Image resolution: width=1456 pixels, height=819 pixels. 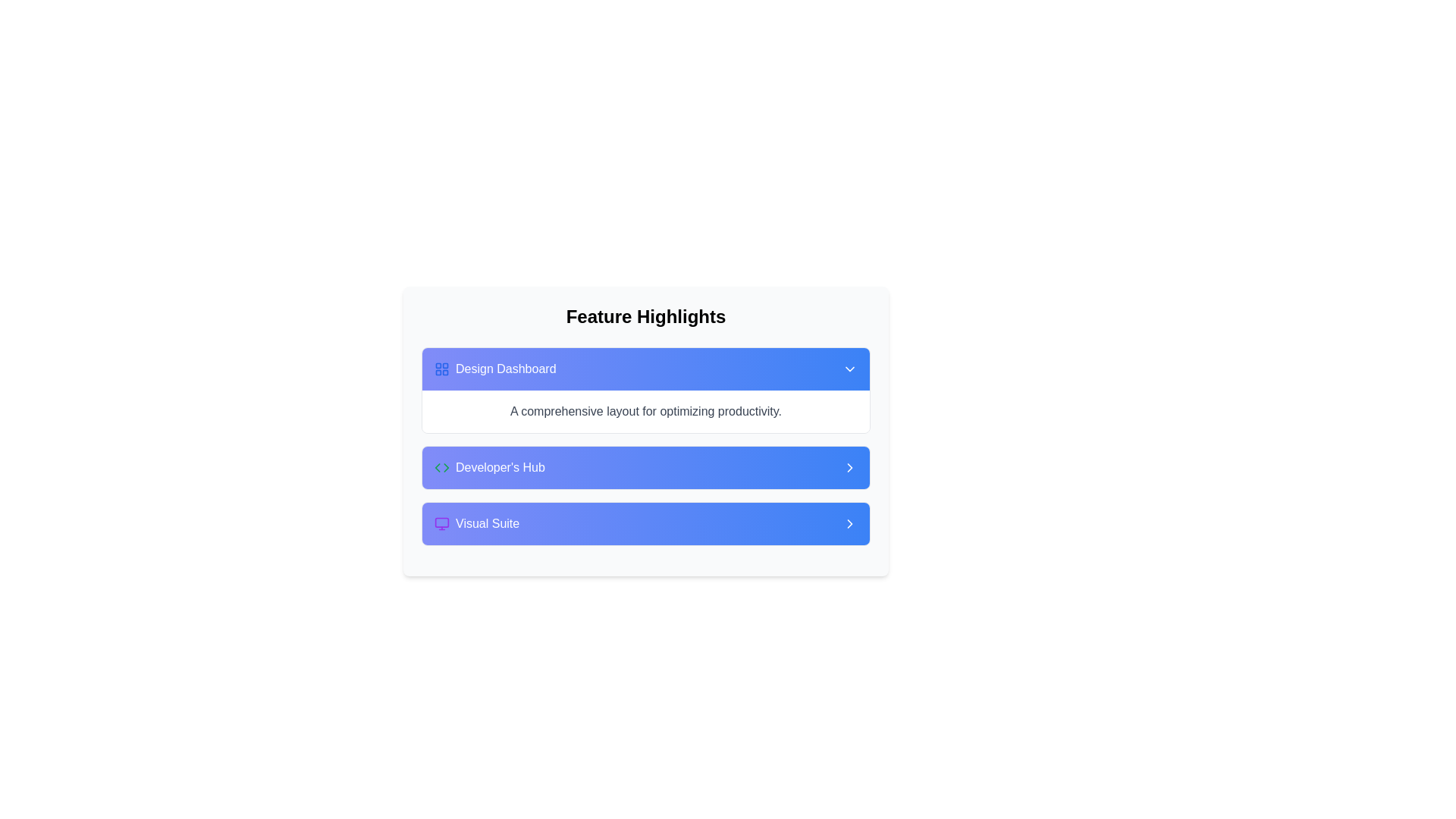 What do you see at coordinates (489, 467) in the screenshot?
I see `the 'Developer's Hub' navigation label, which is the second entry in a vertically arranged list, positioned below 'Design Dashboard' and above 'Visual Suite'` at bounding box center [489, 467].